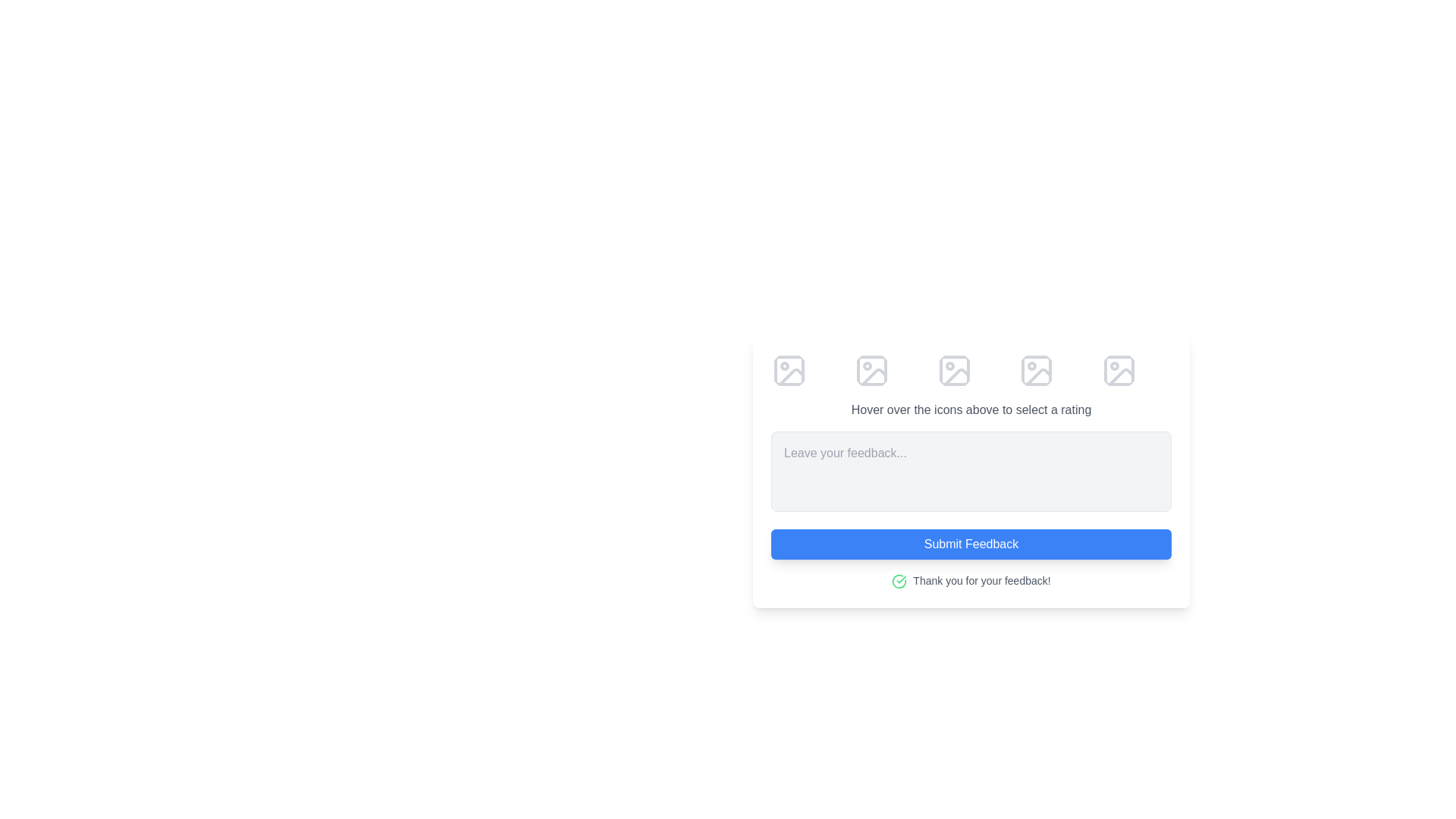  What do you see at coordinates (1036, 371) in the screenshot?
I see `the small rectangular decorative element with rounded corners, which is centrally positioned within the fourth icon in the row of icons above the text box in the feedback form layout` at bounding box center [1036, 371].